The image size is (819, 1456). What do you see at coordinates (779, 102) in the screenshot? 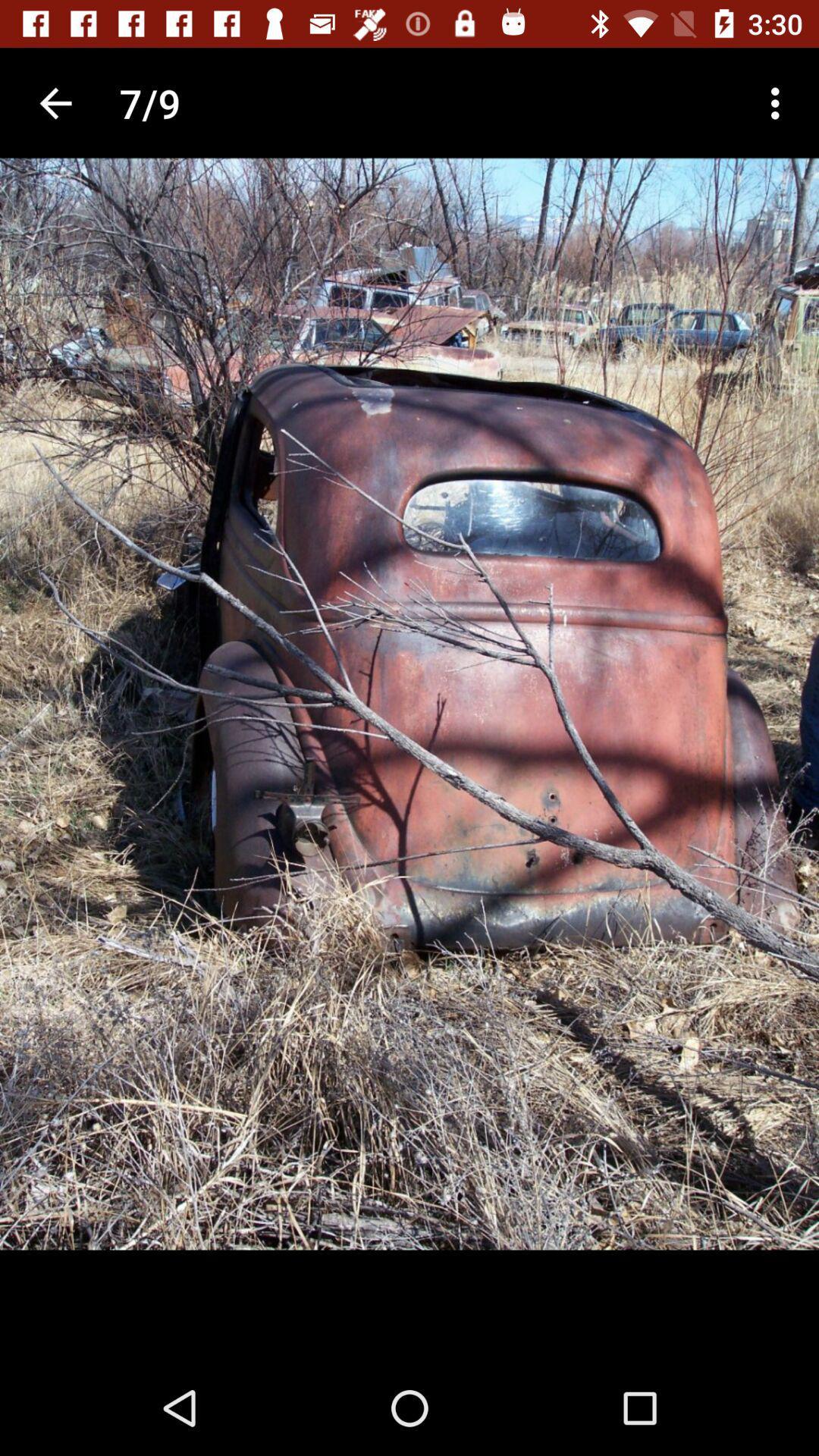
I see `the icon to the right of 7/9` at bounding box center [779, 102].